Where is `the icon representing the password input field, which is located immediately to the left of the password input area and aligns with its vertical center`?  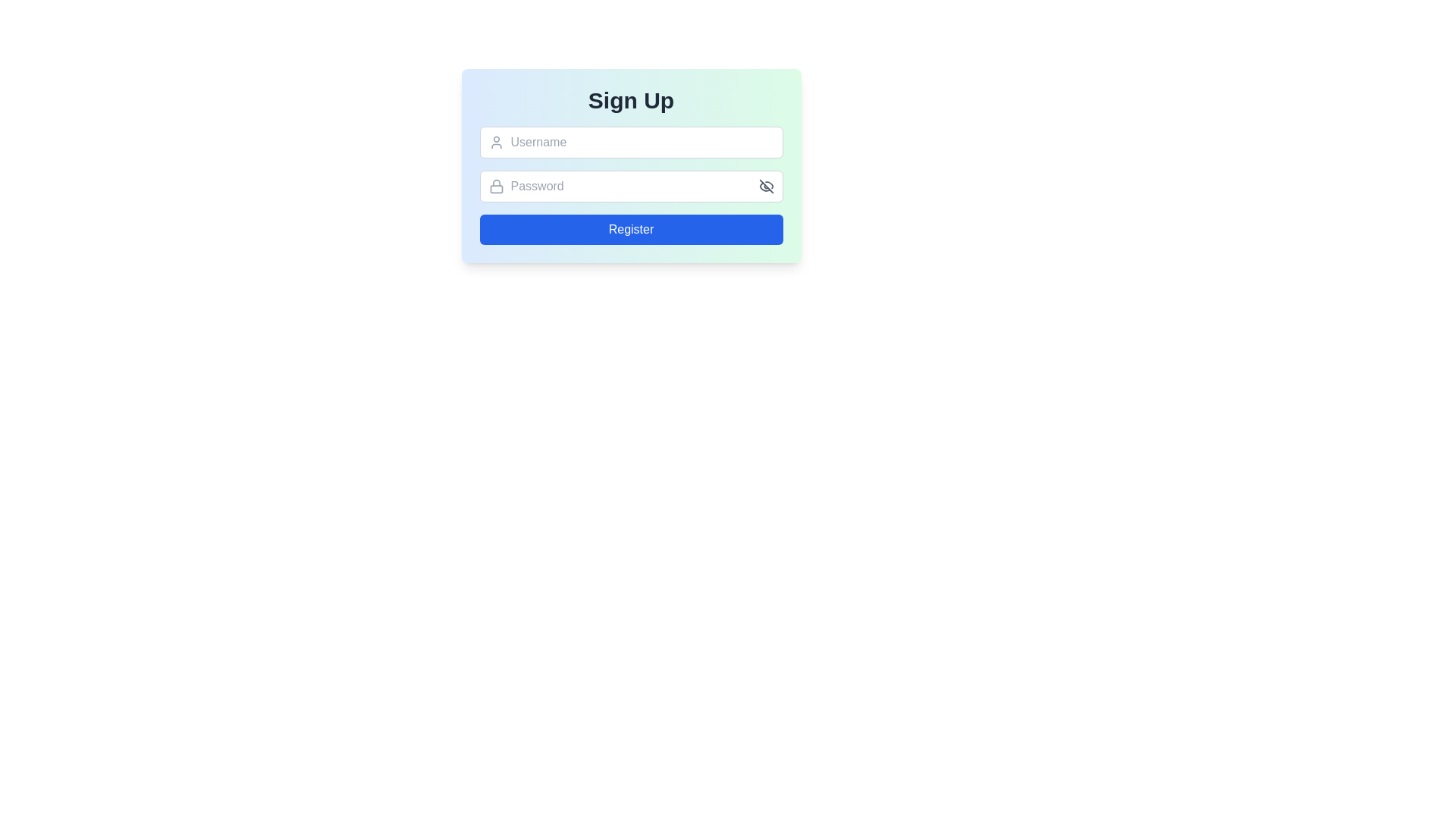 the icon representing the password input field, which is located immediately to the left of the password input area and aligns with its vertical center is located at coordinates (496, 186).